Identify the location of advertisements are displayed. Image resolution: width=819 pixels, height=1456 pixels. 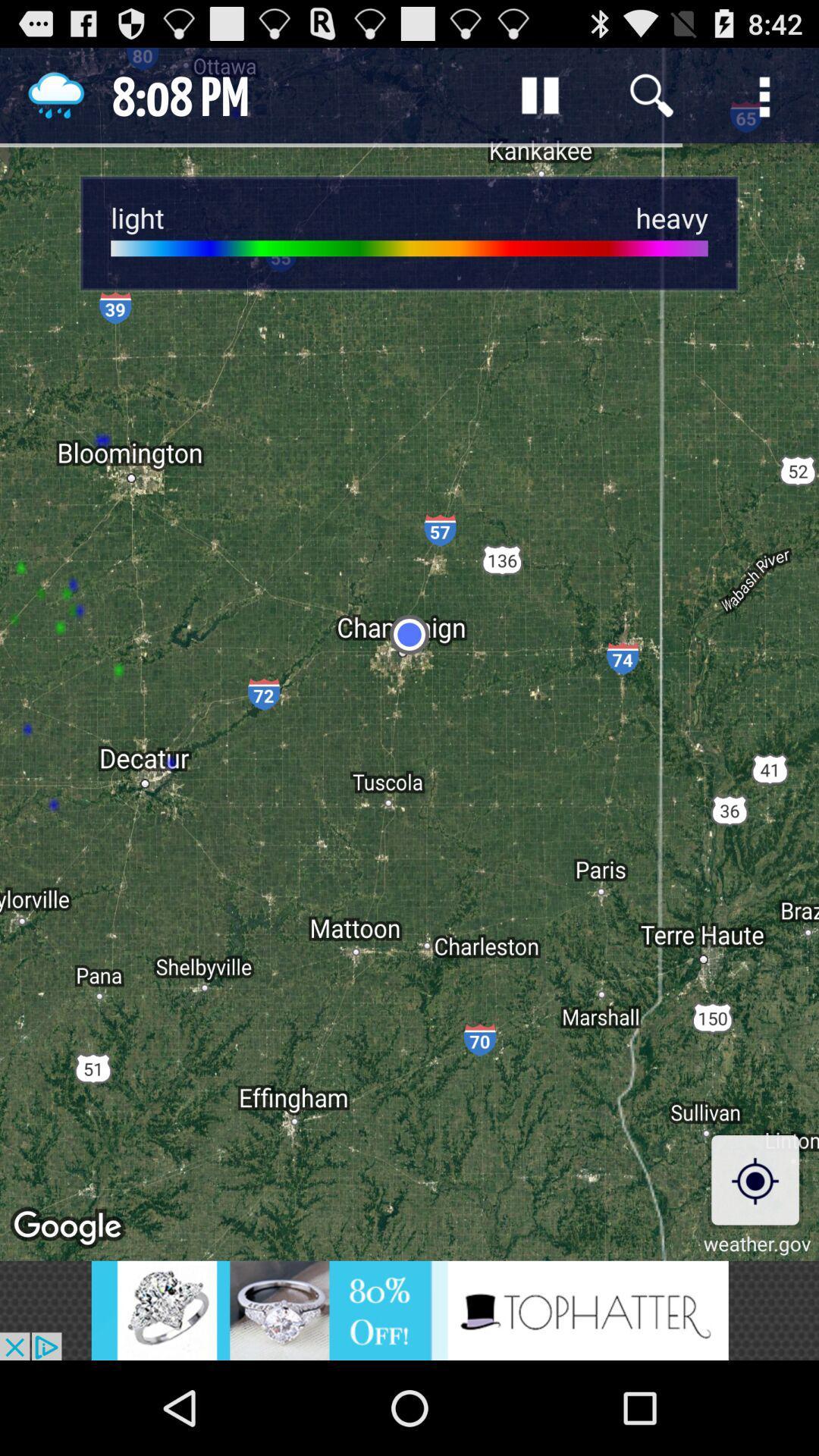
(409, 1310).